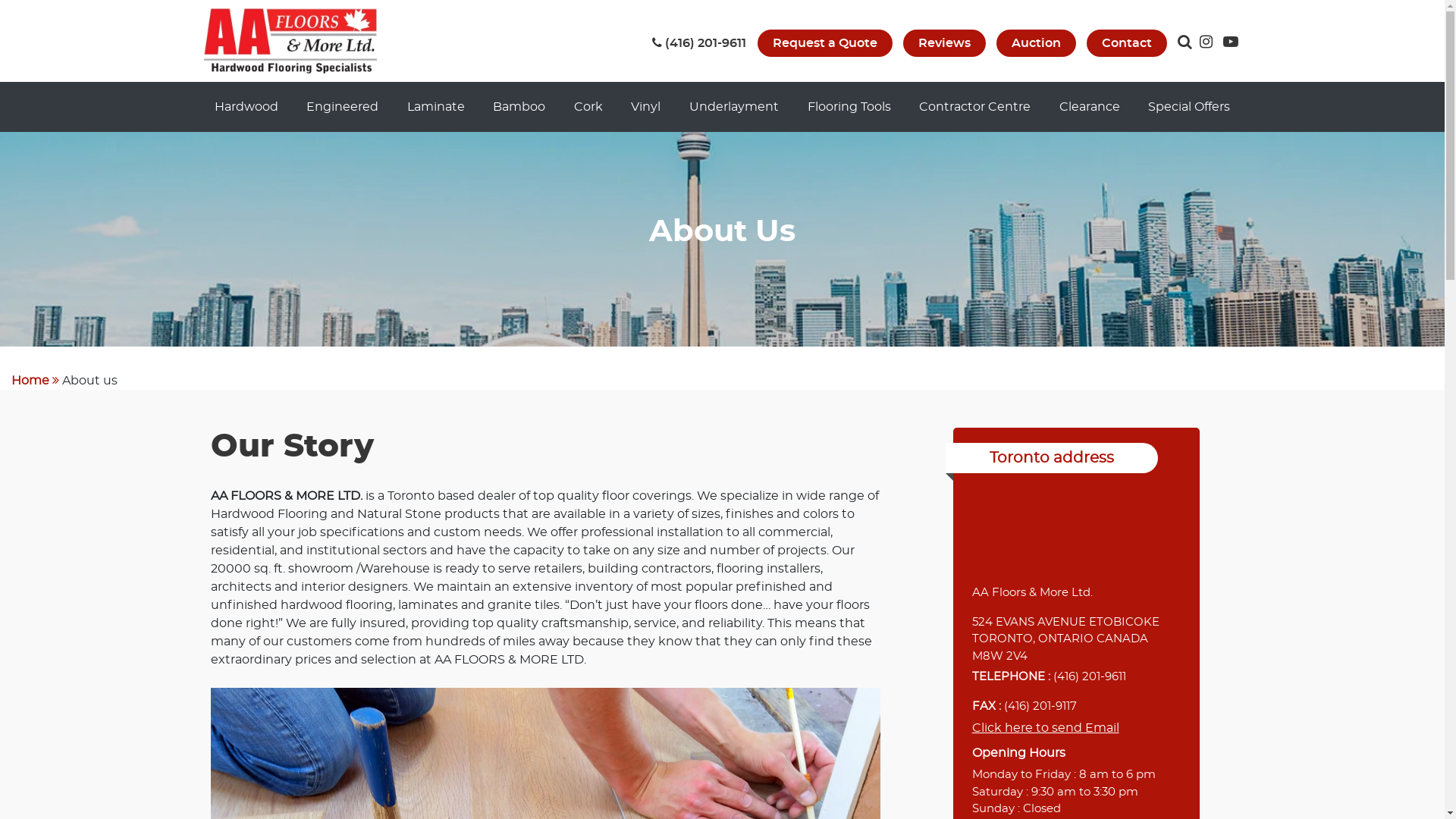  Describe the element at coordinates (918, 106) in the screenshot. I see `'Contractor Centre'` at that location.